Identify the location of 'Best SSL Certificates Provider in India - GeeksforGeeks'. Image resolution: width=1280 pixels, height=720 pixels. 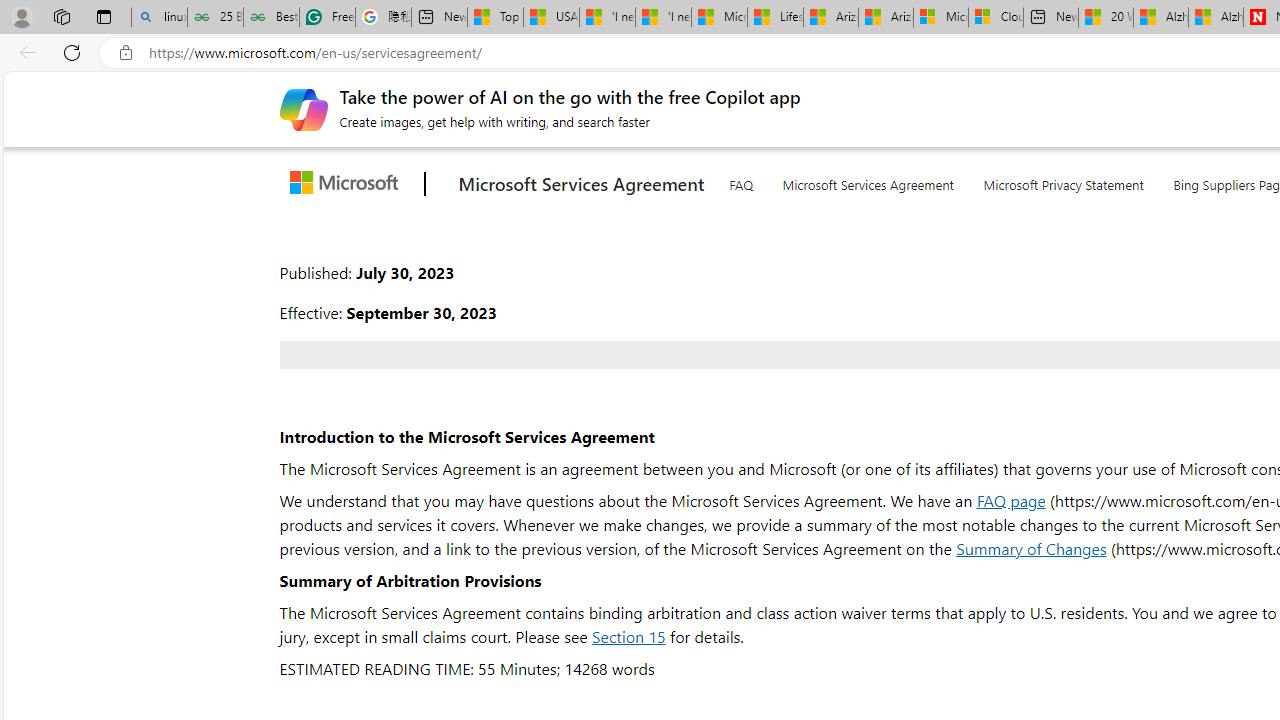
(271, 17).